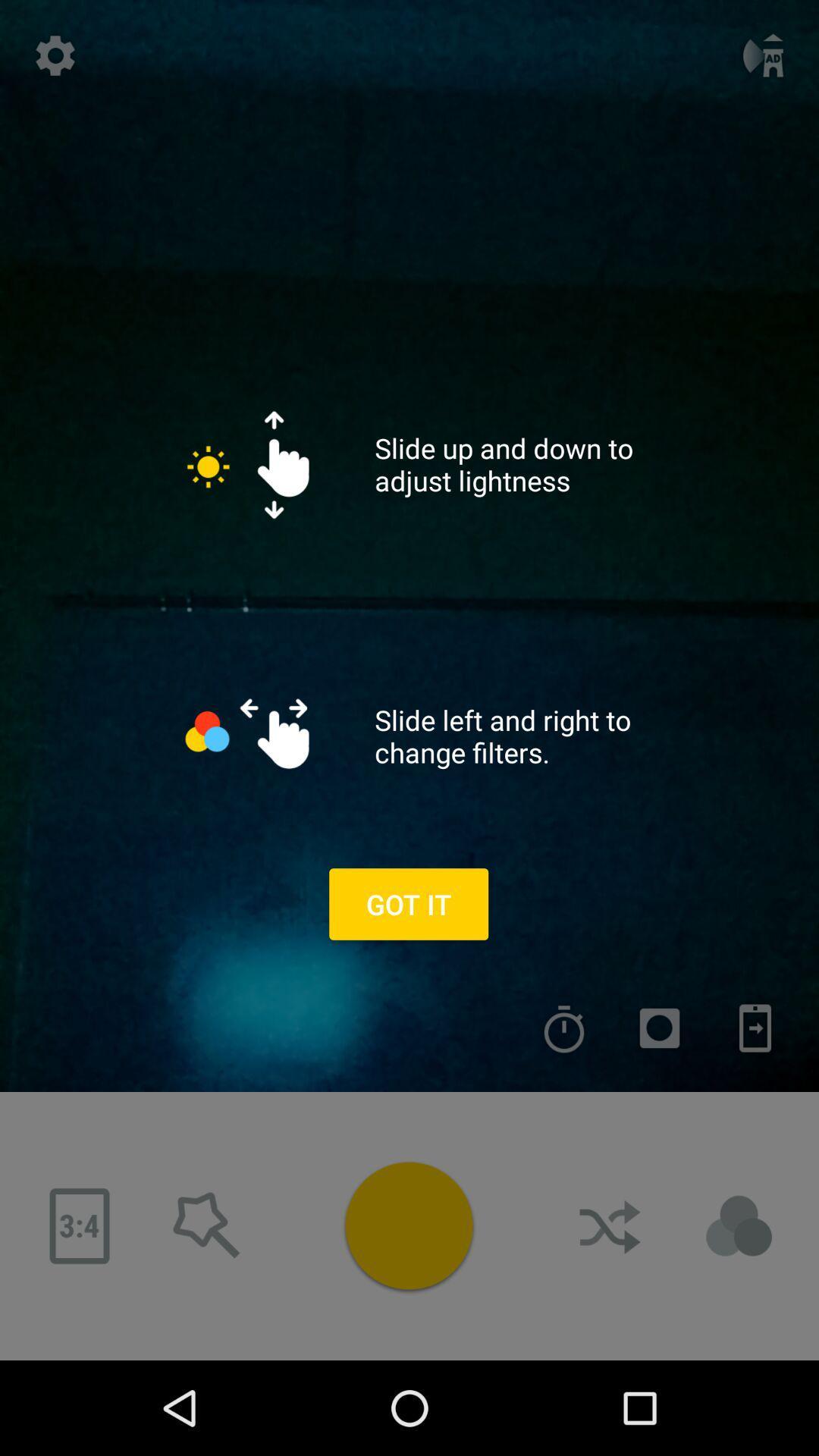 The width and height of the screenshot is (819, 1456). Describe the element at coordinates (207, 1226) in the screenshot. I see `the star icon` at that location.